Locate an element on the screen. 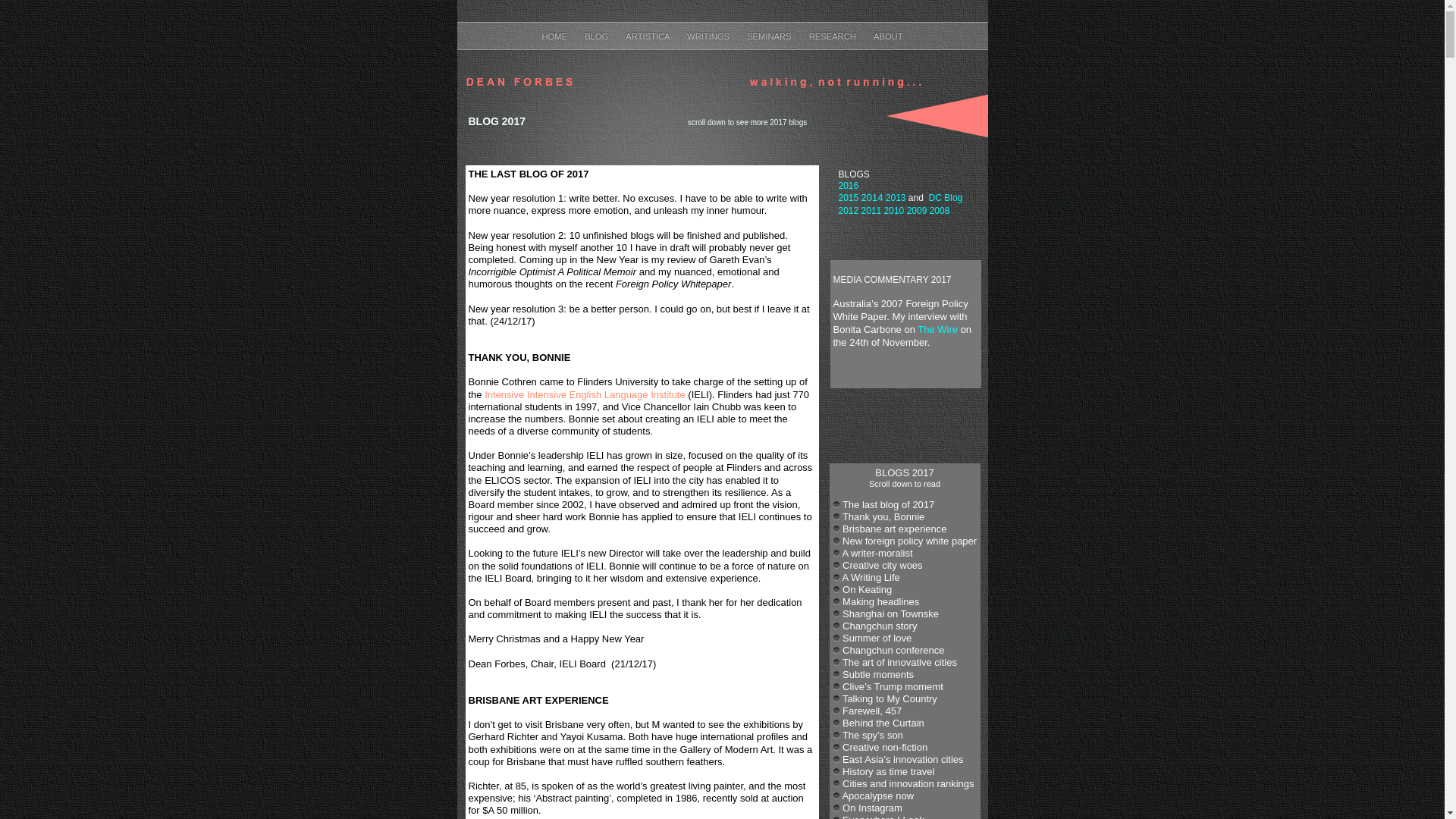  '2015' is located at coordinates (848, 197).